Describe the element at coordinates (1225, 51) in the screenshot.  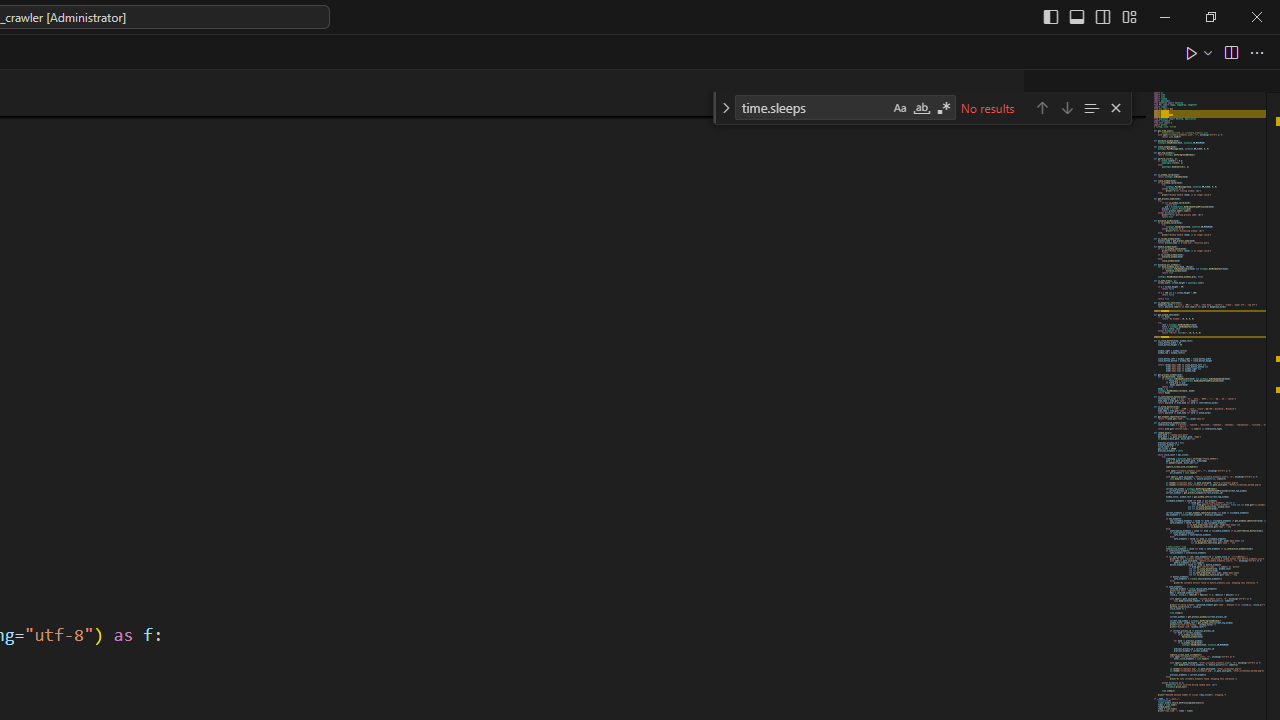
I see `'Editor actions'` at that location.